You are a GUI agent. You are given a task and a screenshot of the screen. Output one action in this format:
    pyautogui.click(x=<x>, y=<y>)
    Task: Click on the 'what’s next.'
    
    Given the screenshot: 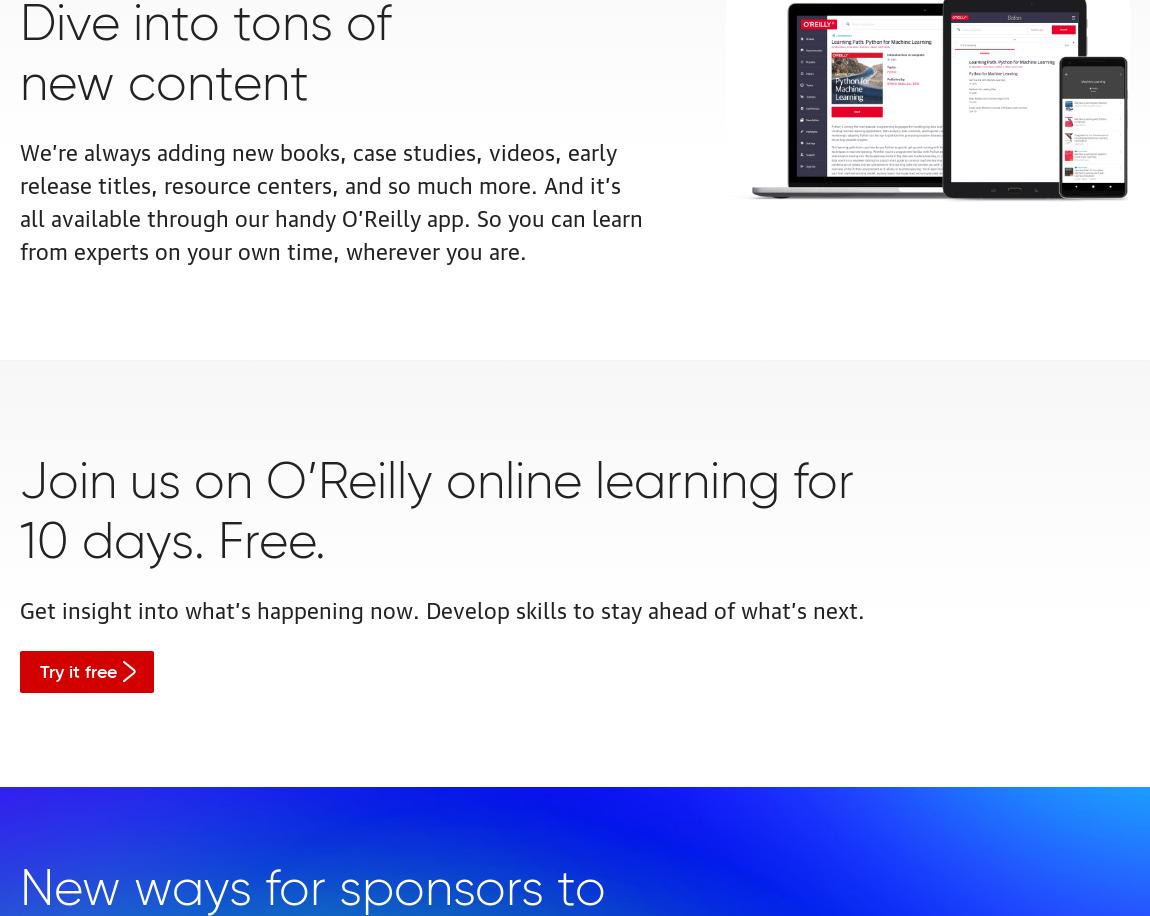 What is the action you would take?
    pyautogui.click(x=802, y=607)
    